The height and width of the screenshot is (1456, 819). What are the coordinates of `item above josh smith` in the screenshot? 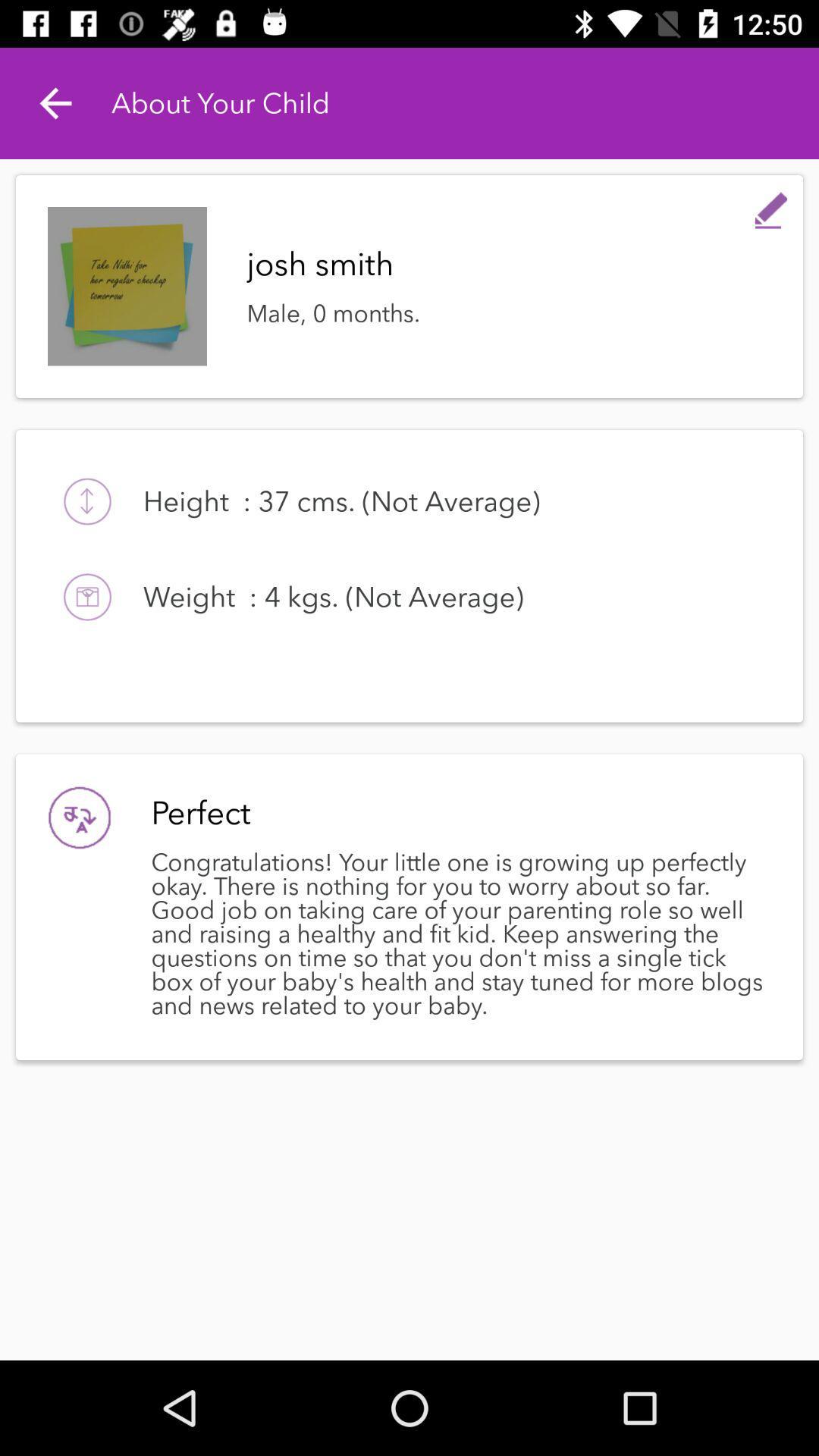 It's located at (771, 206).